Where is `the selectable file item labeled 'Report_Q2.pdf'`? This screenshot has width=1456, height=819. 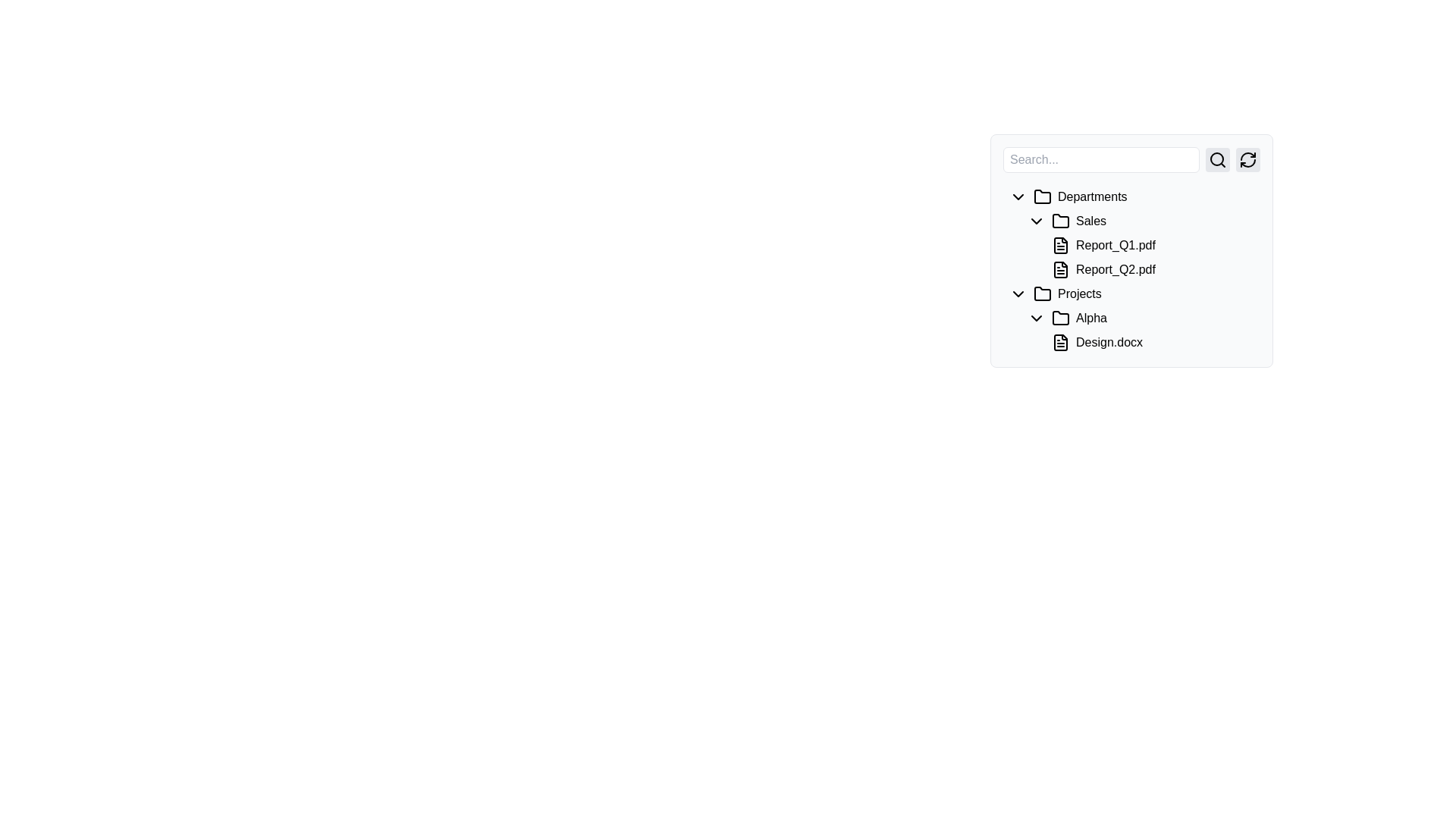 the selectable file item labeled 'Report_Q2.pdf' is located at coordinates (1150, 268).